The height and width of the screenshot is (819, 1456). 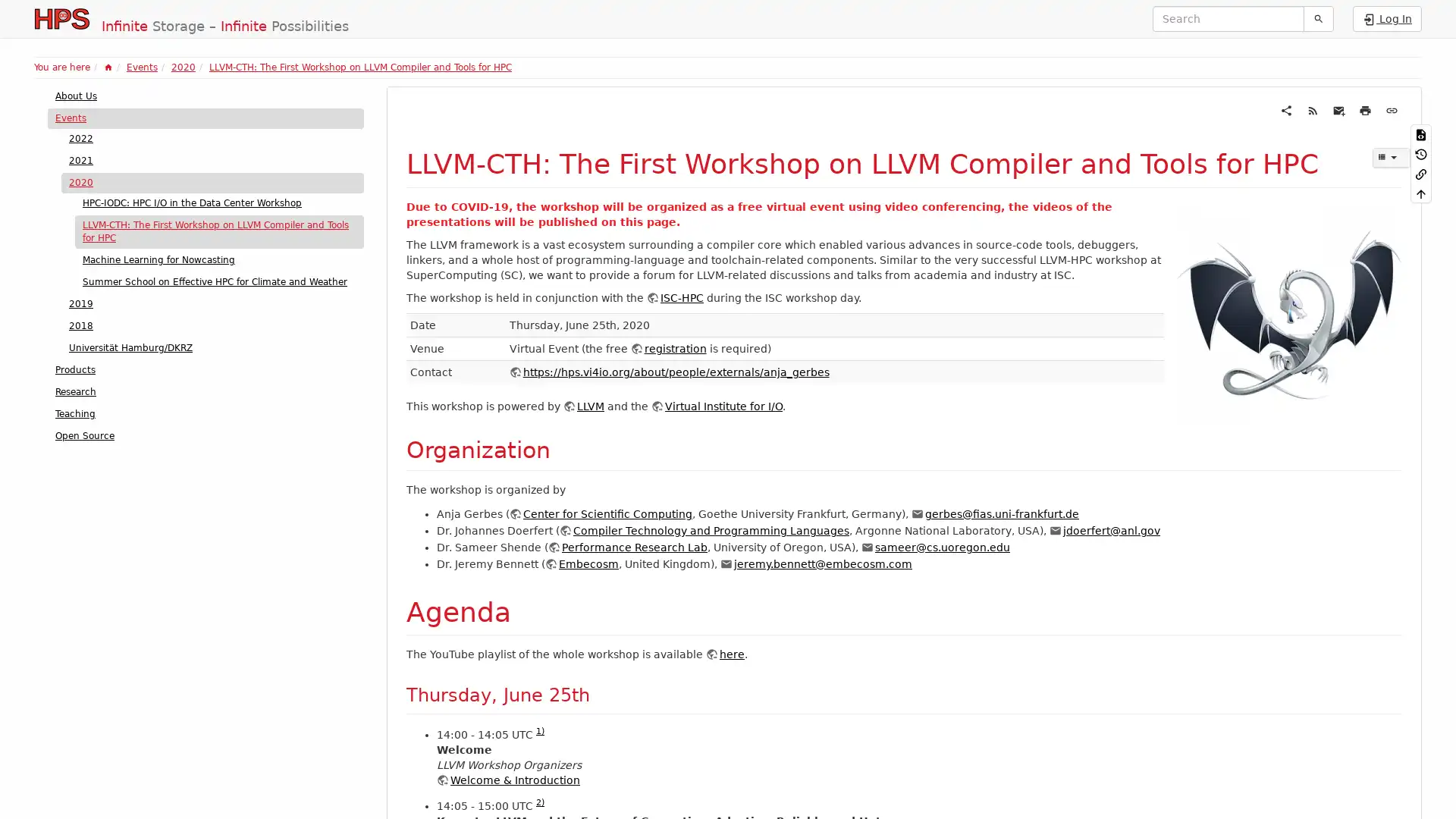 I want to click on Search, so click(x=1316, y=18).